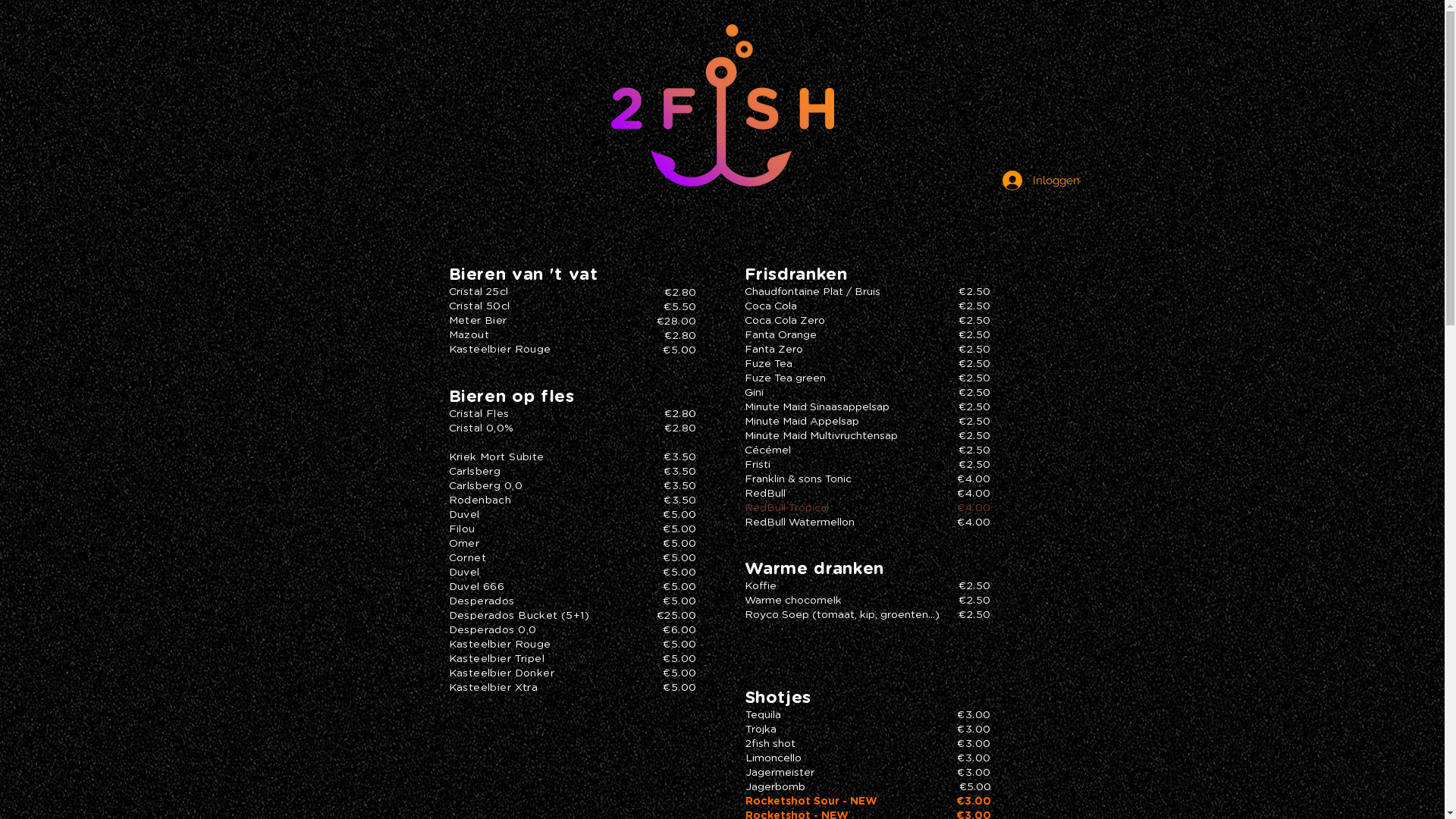 This screenshot has height=819, width=1456. Describe the element at coordinates (992, 180) in the screenshot. I see `'Inloggen'` at that location.